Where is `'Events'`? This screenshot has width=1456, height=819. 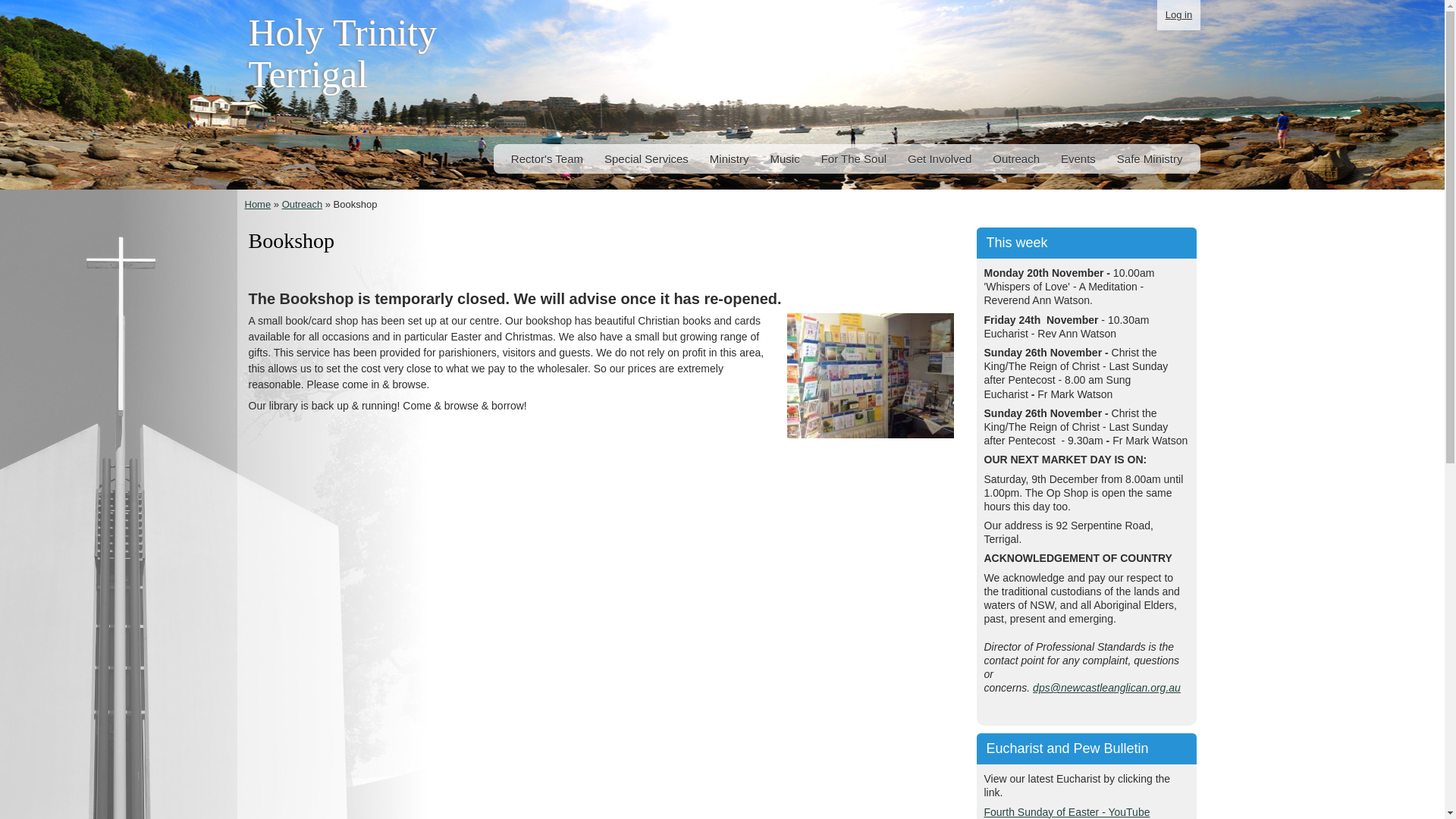 'Events' is located at coordinates (1077, 158).